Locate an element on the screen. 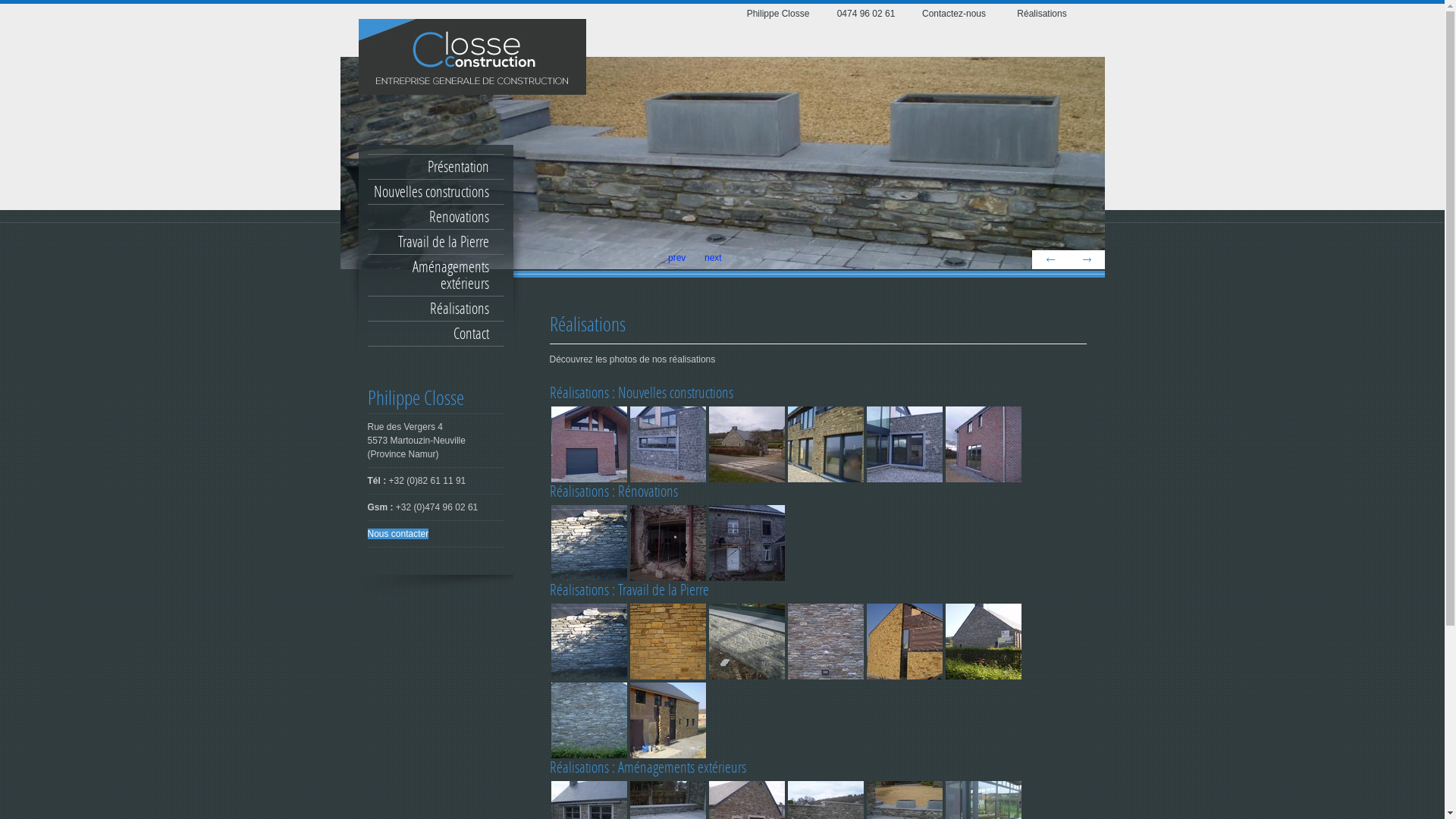  'OLYMPUS DIGITAL CAMERA         ' is located at coordinates (824, 444).